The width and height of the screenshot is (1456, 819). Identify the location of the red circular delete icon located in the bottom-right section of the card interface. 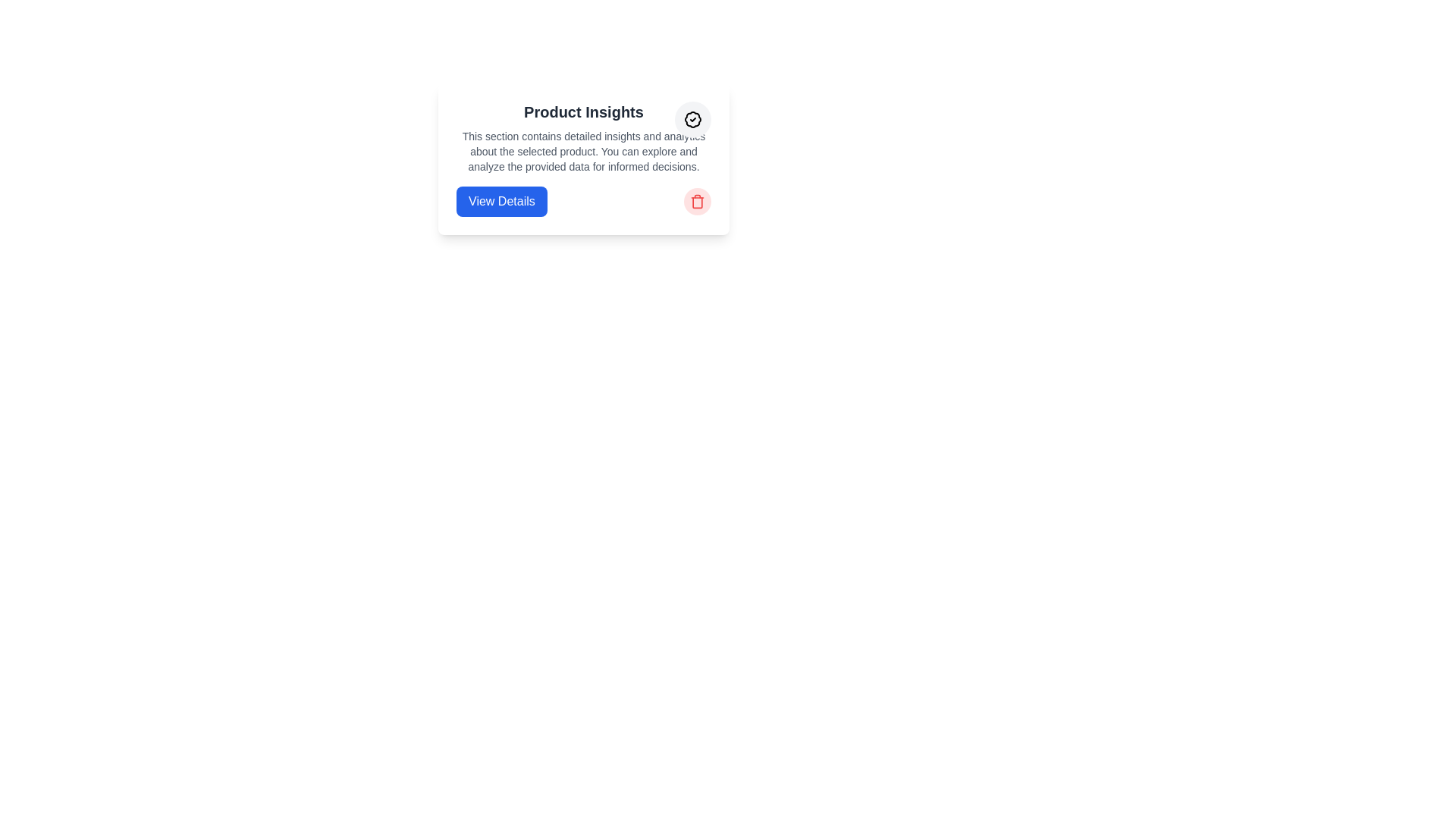
(697, 201).